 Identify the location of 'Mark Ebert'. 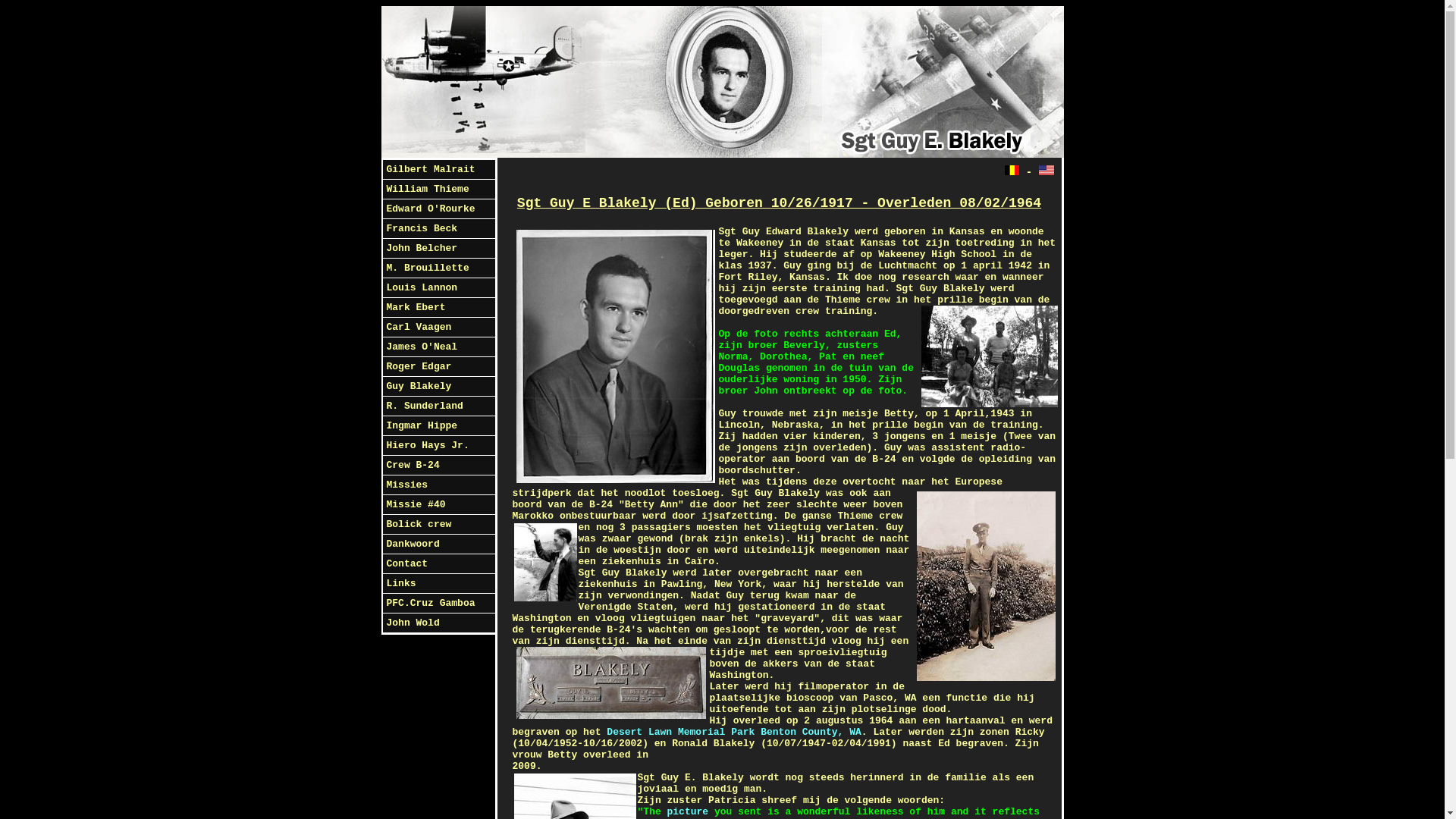
(382, 307).